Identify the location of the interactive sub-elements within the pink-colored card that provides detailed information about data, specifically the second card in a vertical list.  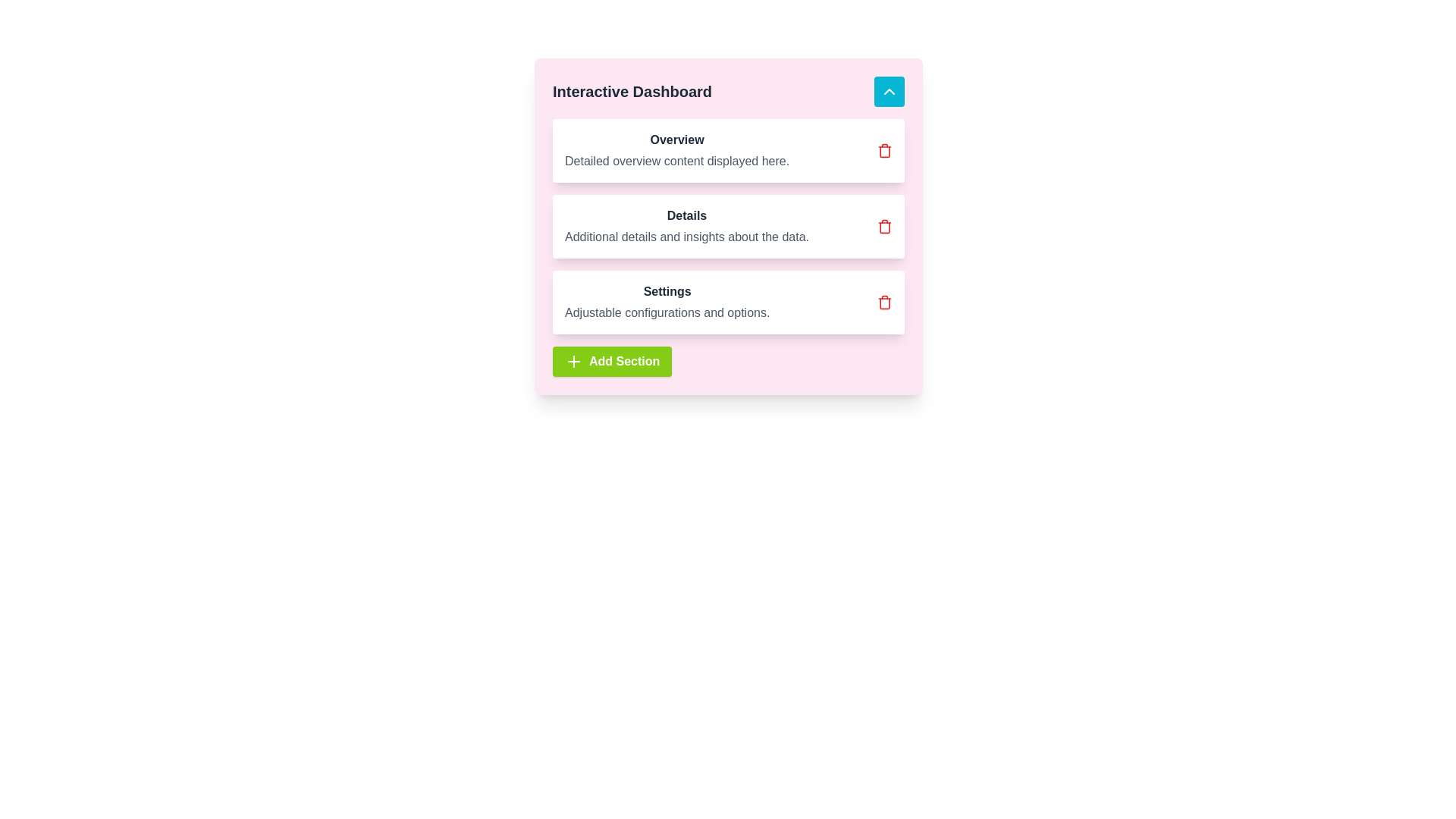
(728, 227).